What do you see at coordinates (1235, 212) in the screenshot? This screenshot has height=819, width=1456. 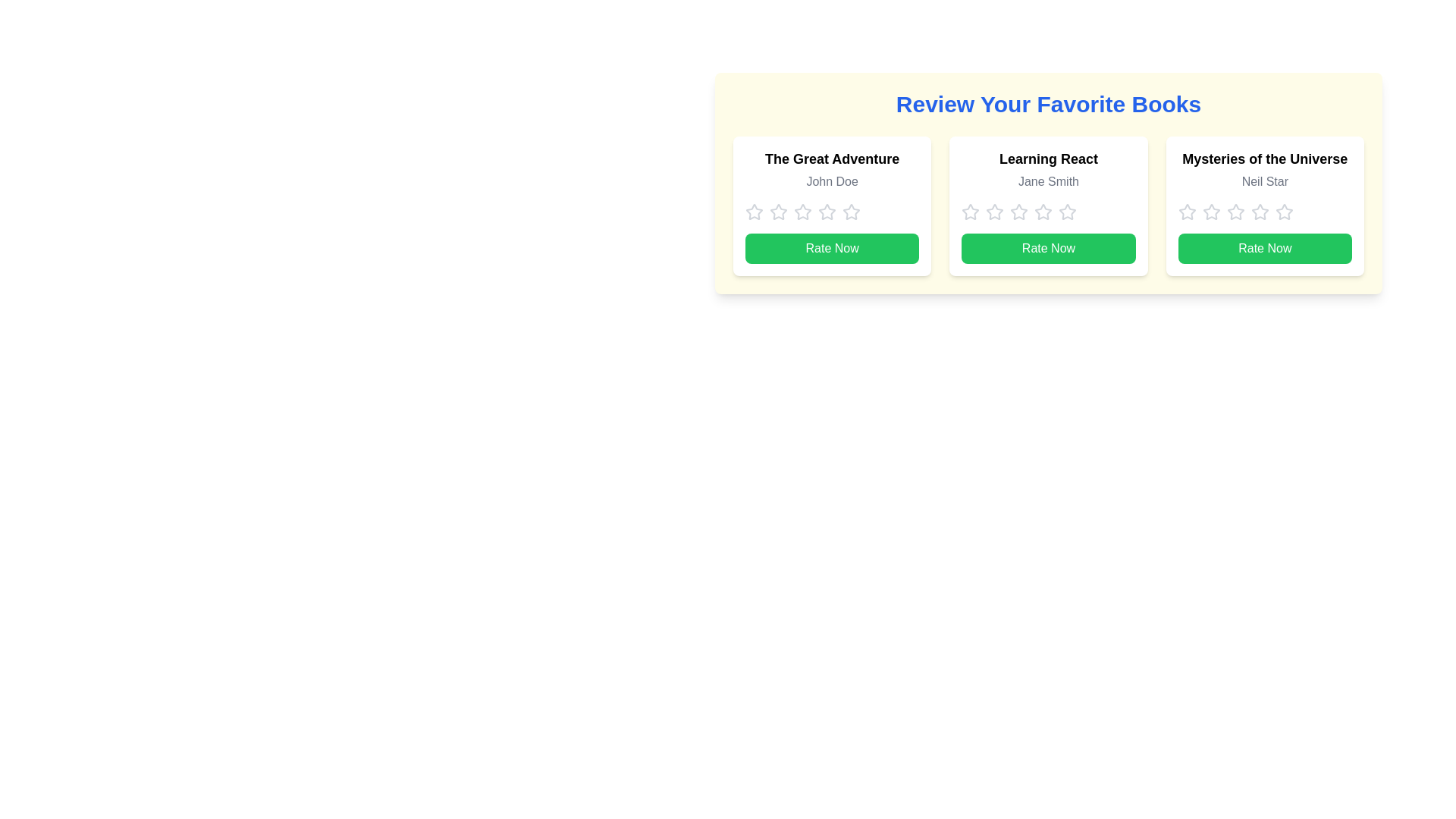 I see `the fourth star rating icon for the book 'Mysteries of the Universe', which is a hollow light gray star located below the text 'Neil Star' and above the 'Rate Now' button` at bounding box center [1235, 212].